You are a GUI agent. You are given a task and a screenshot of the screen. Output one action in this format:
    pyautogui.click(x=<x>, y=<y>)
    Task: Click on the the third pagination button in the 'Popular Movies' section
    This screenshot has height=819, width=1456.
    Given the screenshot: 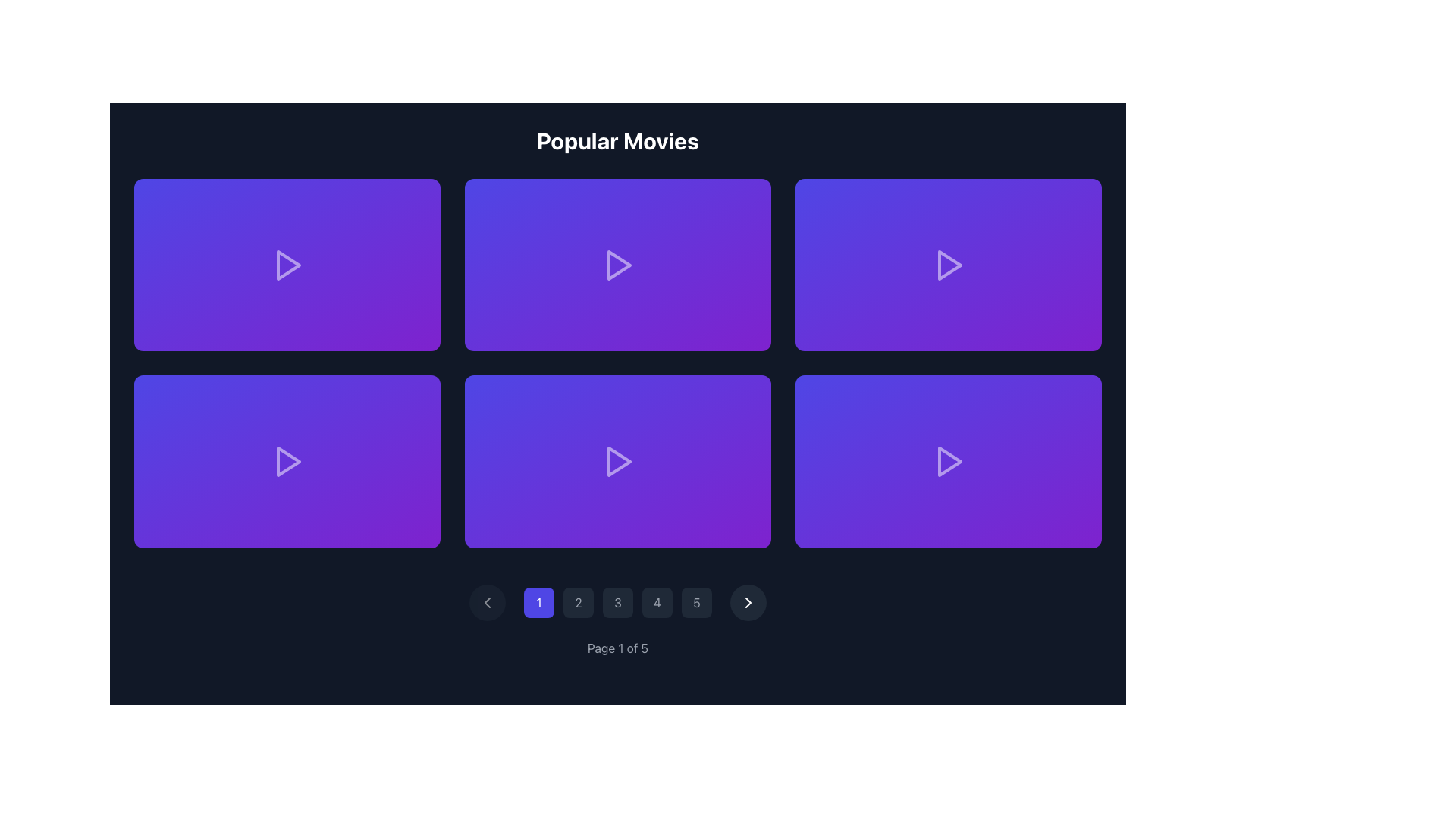 What is the action you would take?
    pyautogui.click(x=618, y=601)
    